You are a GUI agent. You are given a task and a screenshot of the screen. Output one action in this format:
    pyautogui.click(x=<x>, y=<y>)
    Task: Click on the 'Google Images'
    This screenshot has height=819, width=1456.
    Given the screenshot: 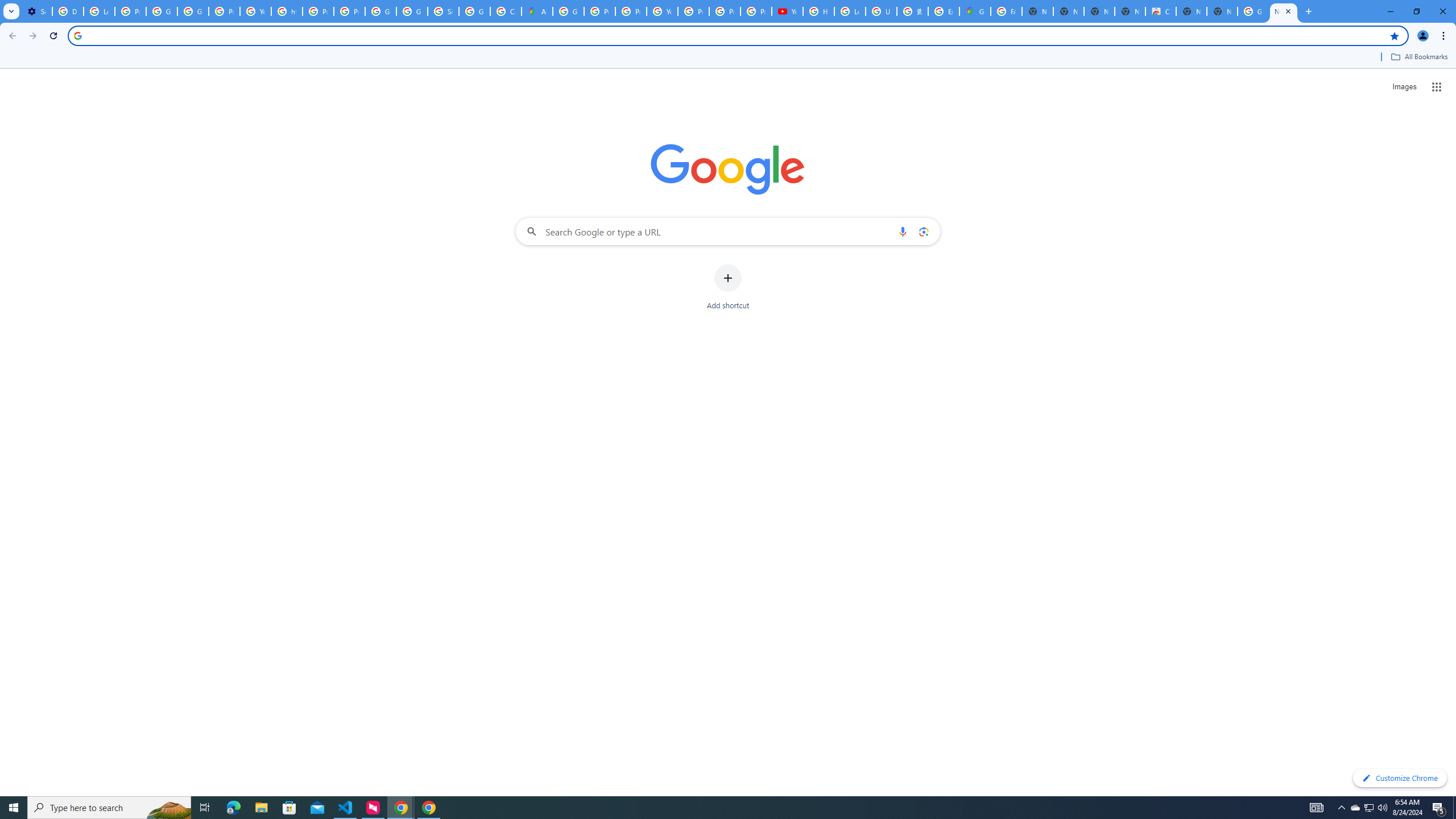 What is the action you would take?
    pyautogui.click(x=1252, y=11)
    